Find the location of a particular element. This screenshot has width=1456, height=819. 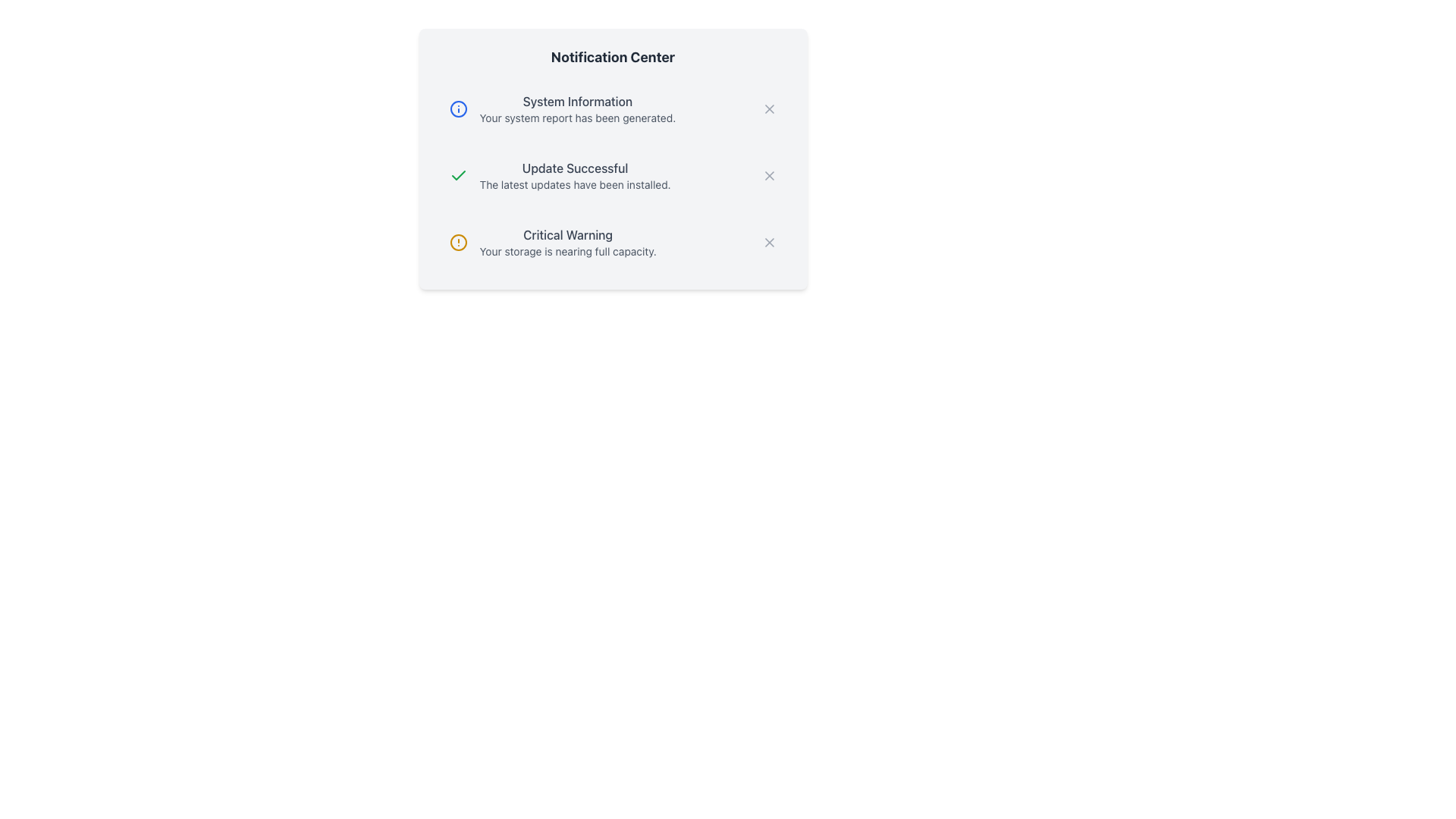

the static text label indicating that the update operation has been completed successfully, located at the center of the notification panel is located at coordinates (574, 168).